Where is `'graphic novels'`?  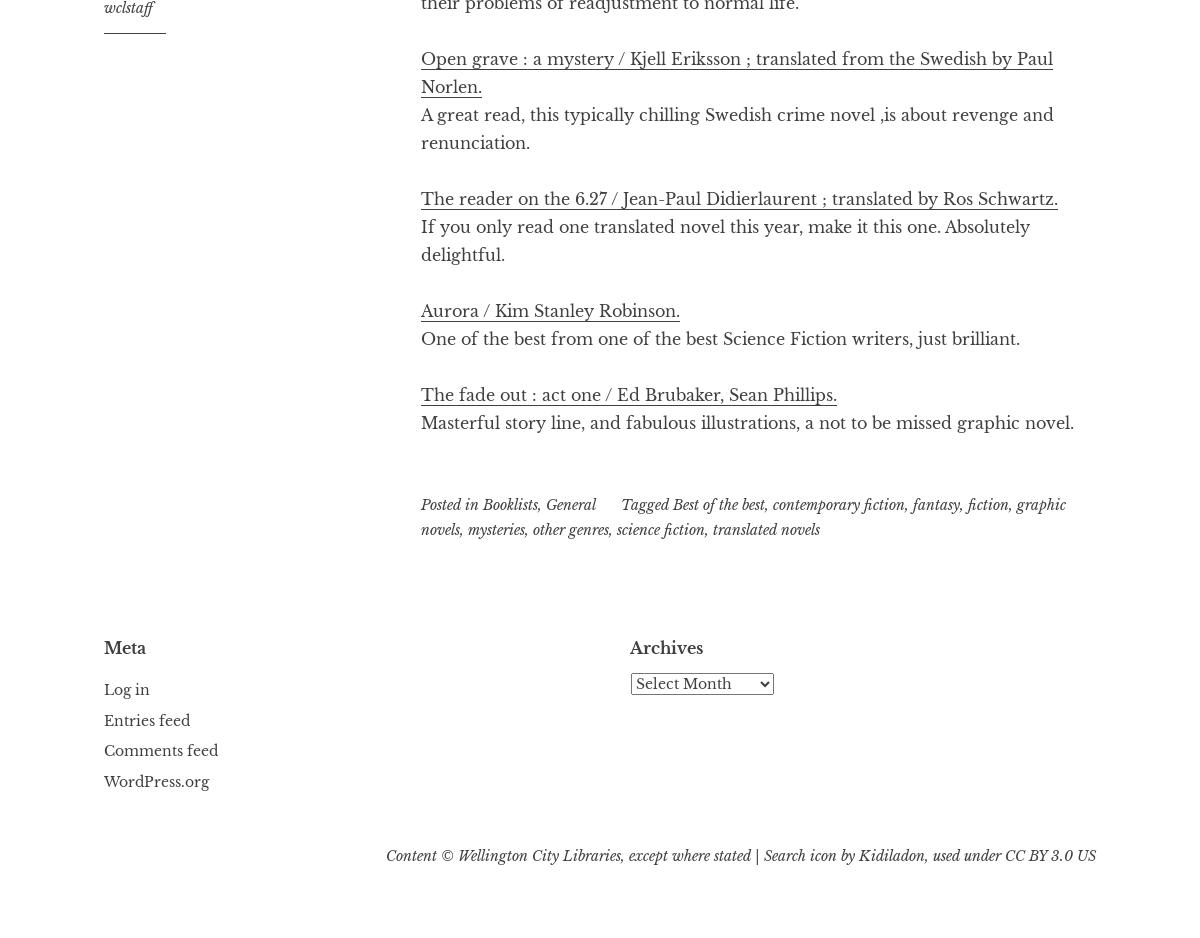
'graphic novels' is located at coordinates (743, 516).